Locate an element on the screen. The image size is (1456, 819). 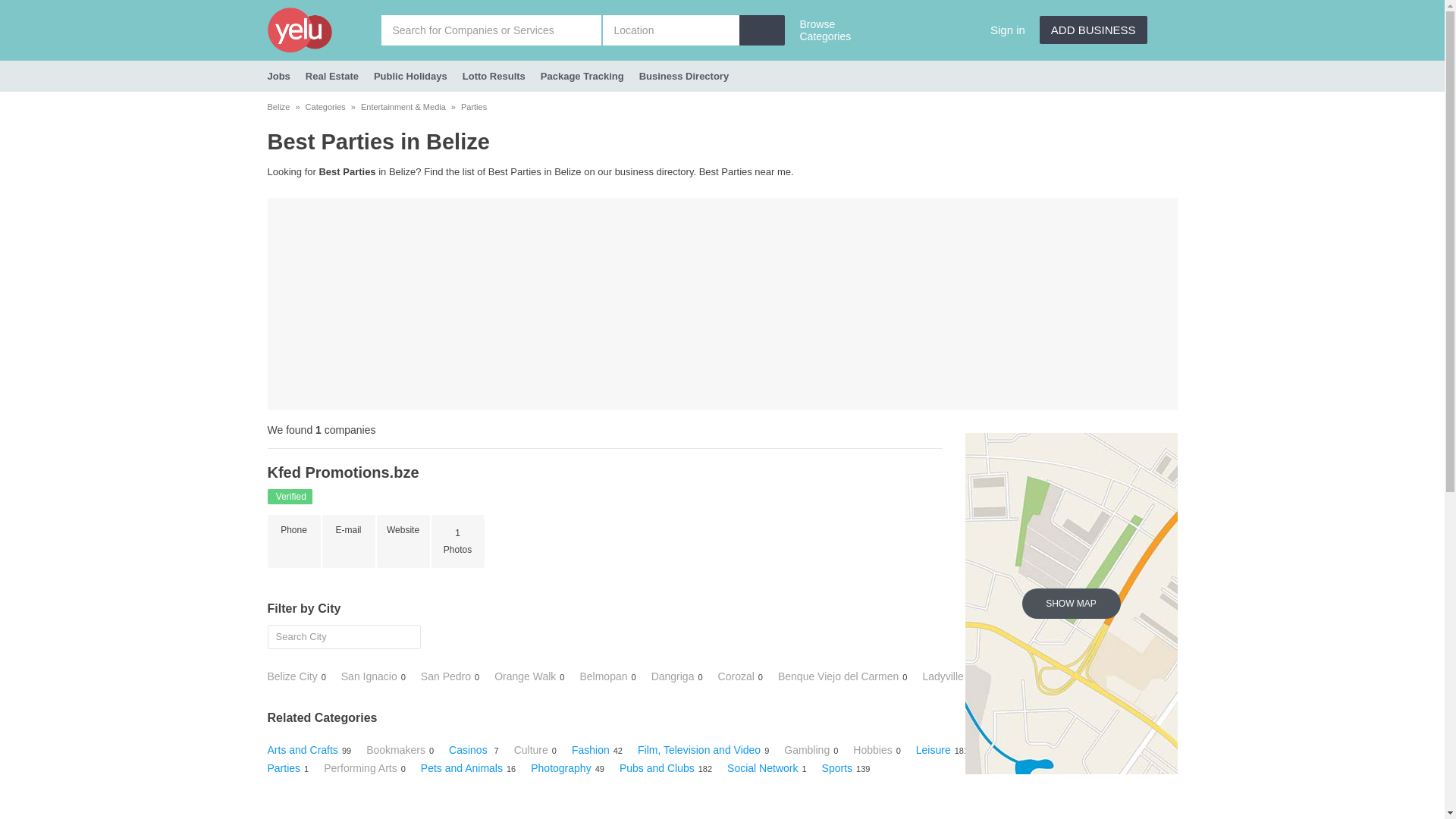
'Entertainment & Media' is located at coordinates (403, 106).